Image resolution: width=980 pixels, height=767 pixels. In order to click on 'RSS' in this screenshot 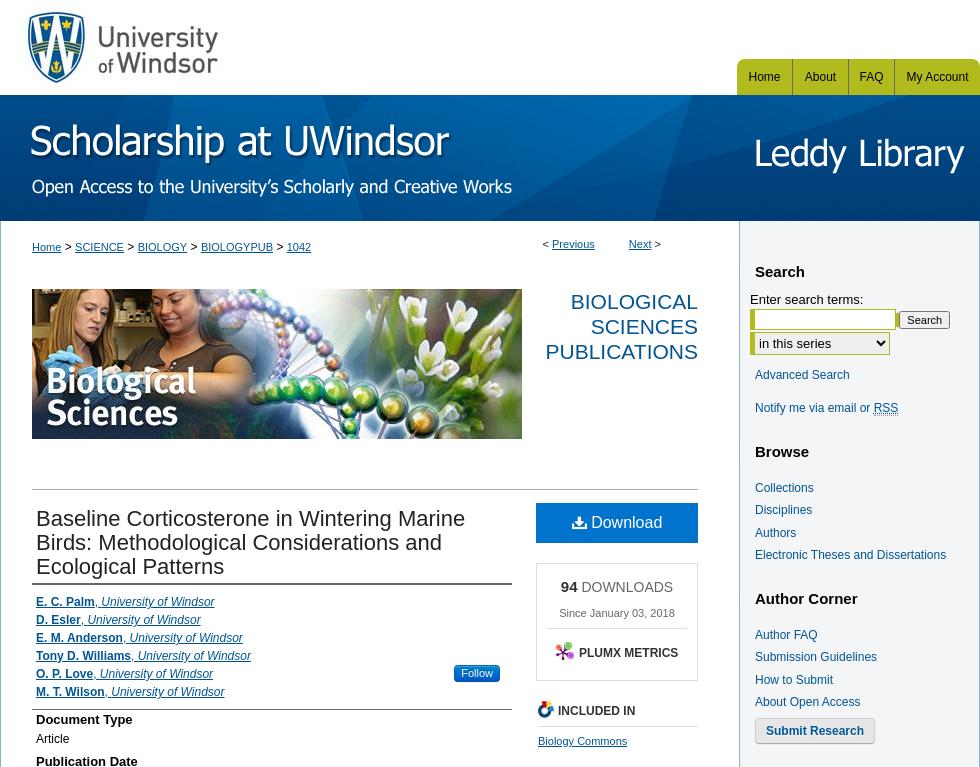, I will do `click(885, 407)`.